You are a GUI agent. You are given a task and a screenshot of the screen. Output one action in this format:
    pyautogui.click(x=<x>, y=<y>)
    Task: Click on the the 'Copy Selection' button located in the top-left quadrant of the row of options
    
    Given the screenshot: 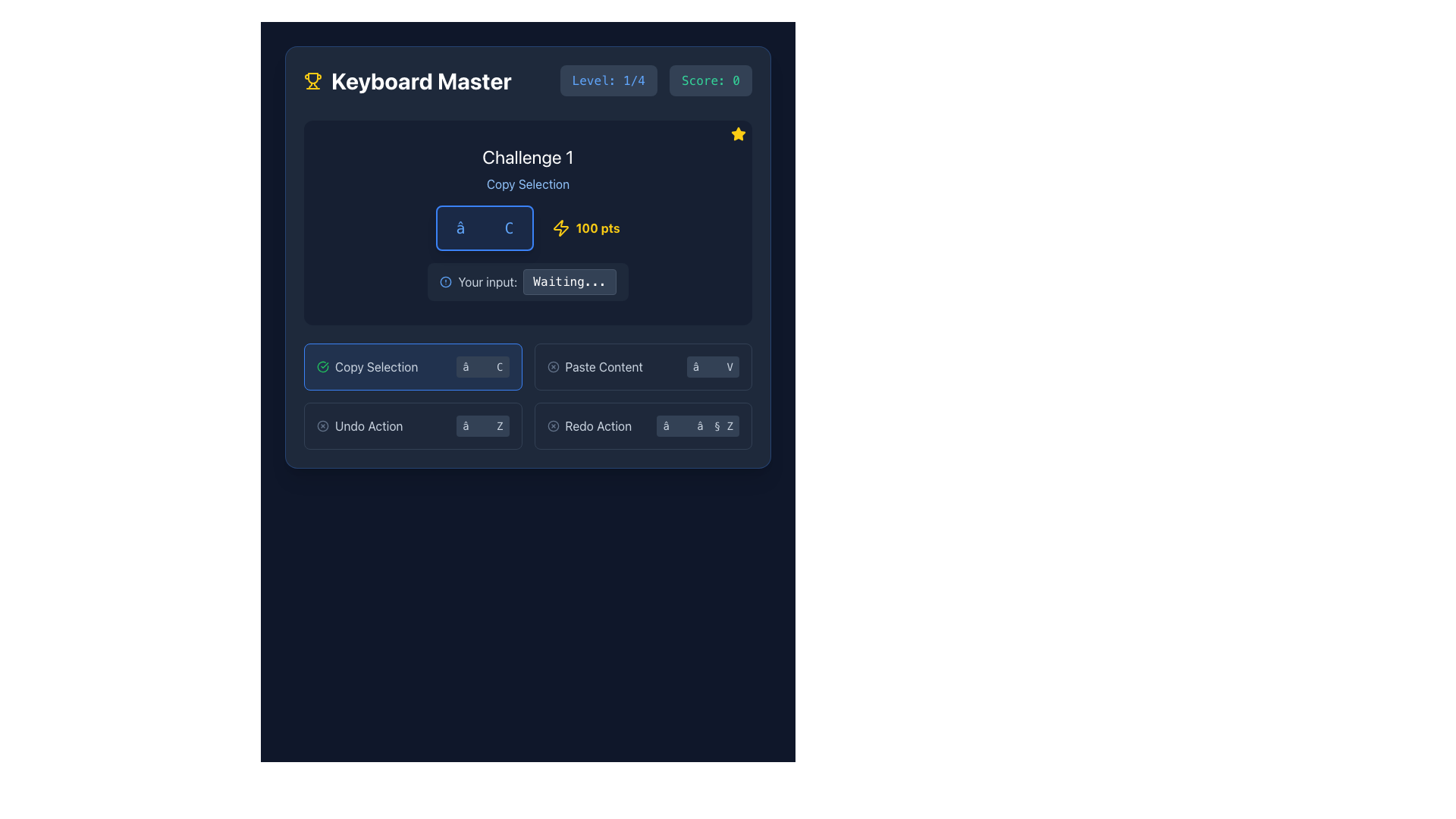 What is the action you would take?
    pyautogui.click(x=367, y=366)
    